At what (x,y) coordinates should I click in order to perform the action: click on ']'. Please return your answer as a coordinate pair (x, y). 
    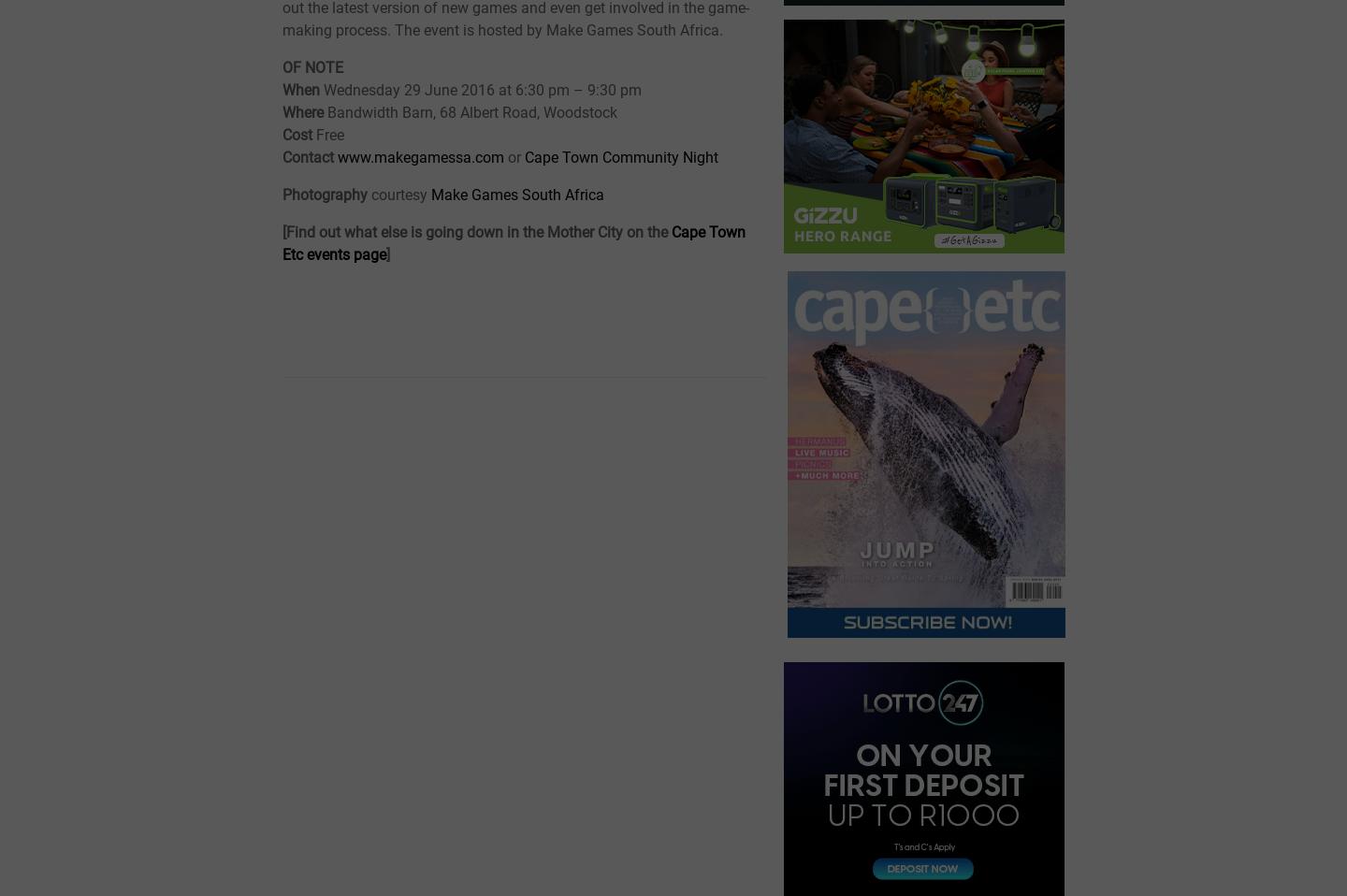
    Looking at the image, I should click on (387, 253).